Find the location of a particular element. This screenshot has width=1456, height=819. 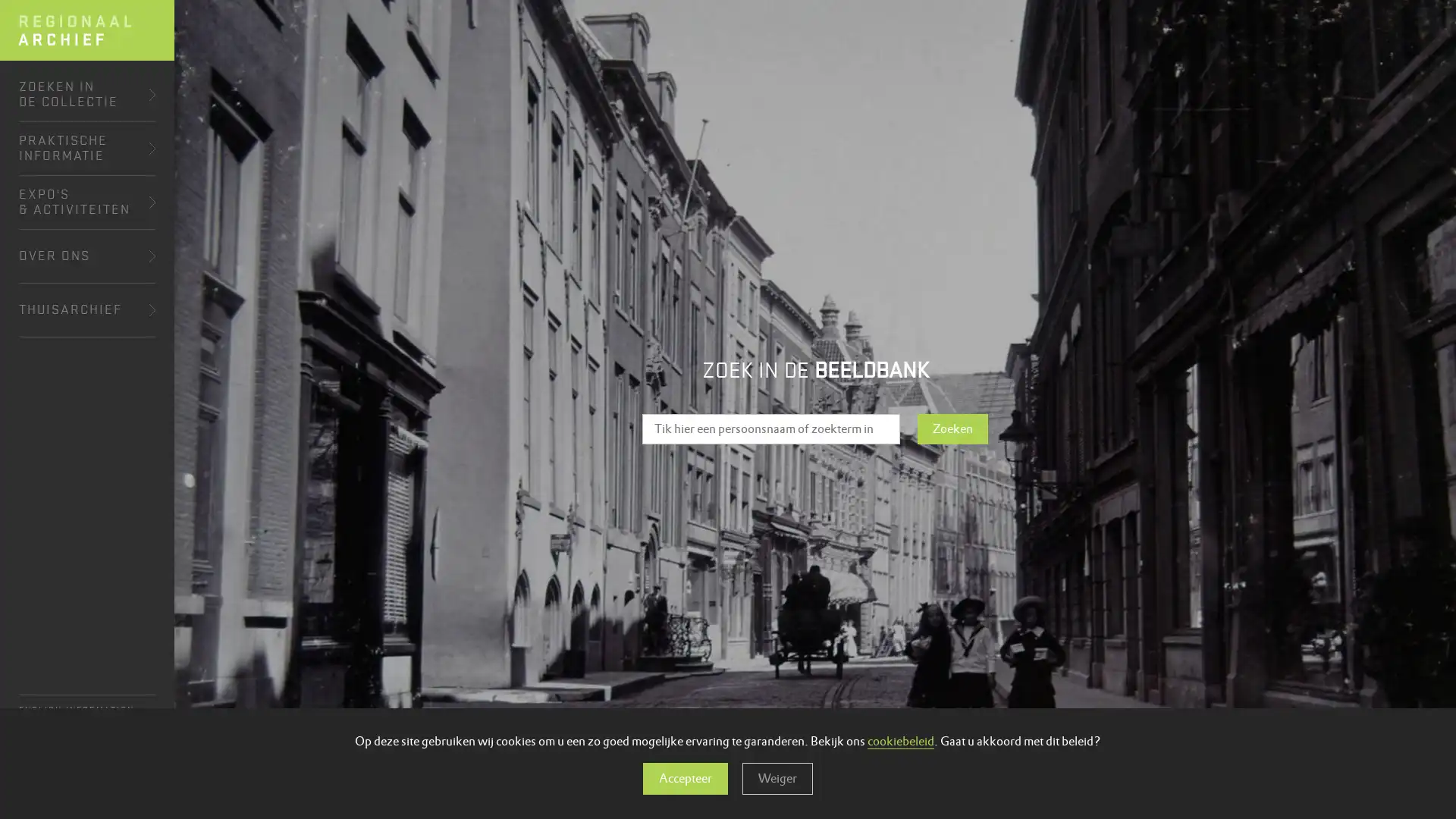

Zoeken is located at coordinates (952, 429).